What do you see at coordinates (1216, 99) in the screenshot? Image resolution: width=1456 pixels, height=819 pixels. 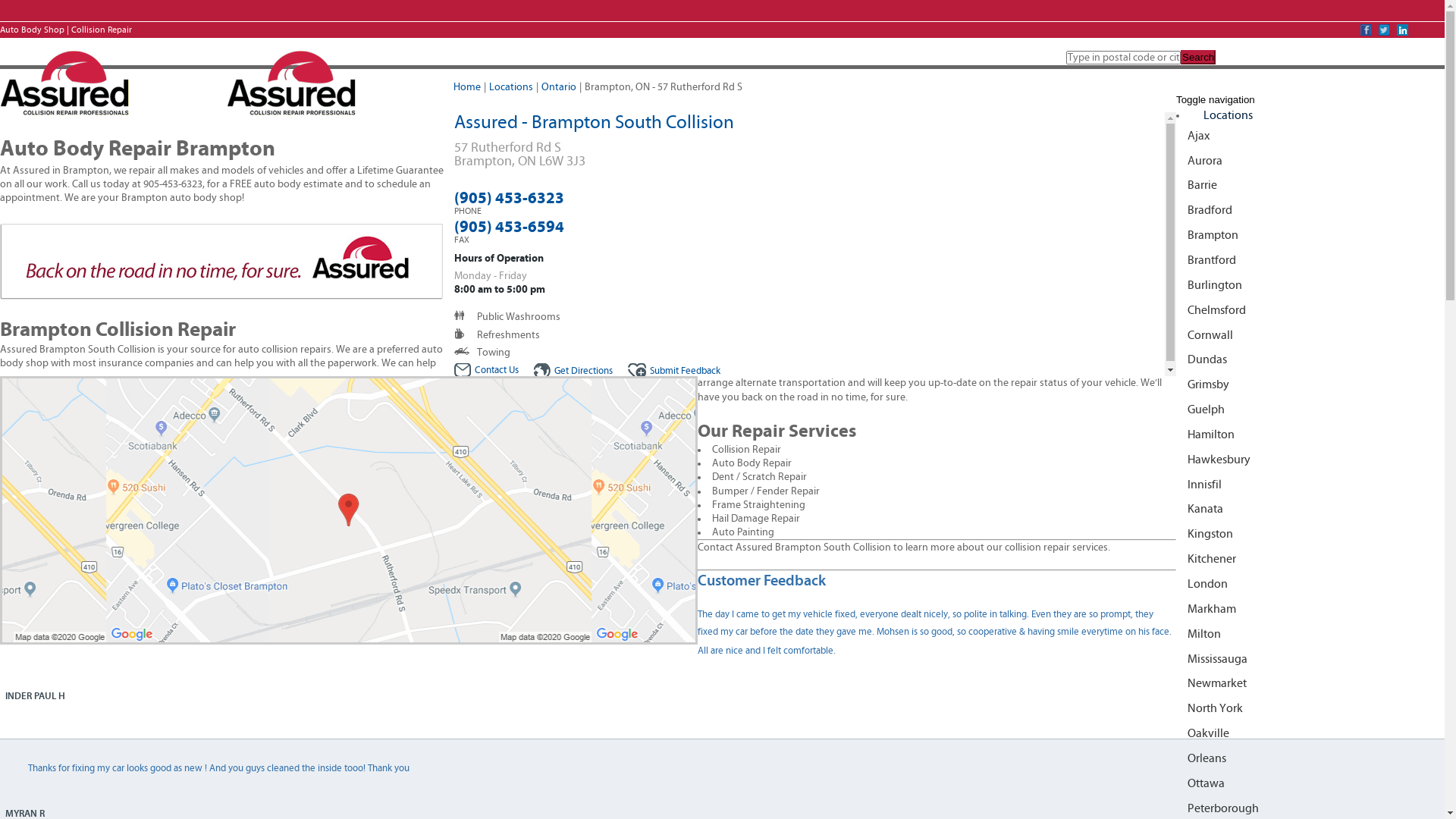 I see `'Toggle navigation'` at bounding box center [1216, 99].